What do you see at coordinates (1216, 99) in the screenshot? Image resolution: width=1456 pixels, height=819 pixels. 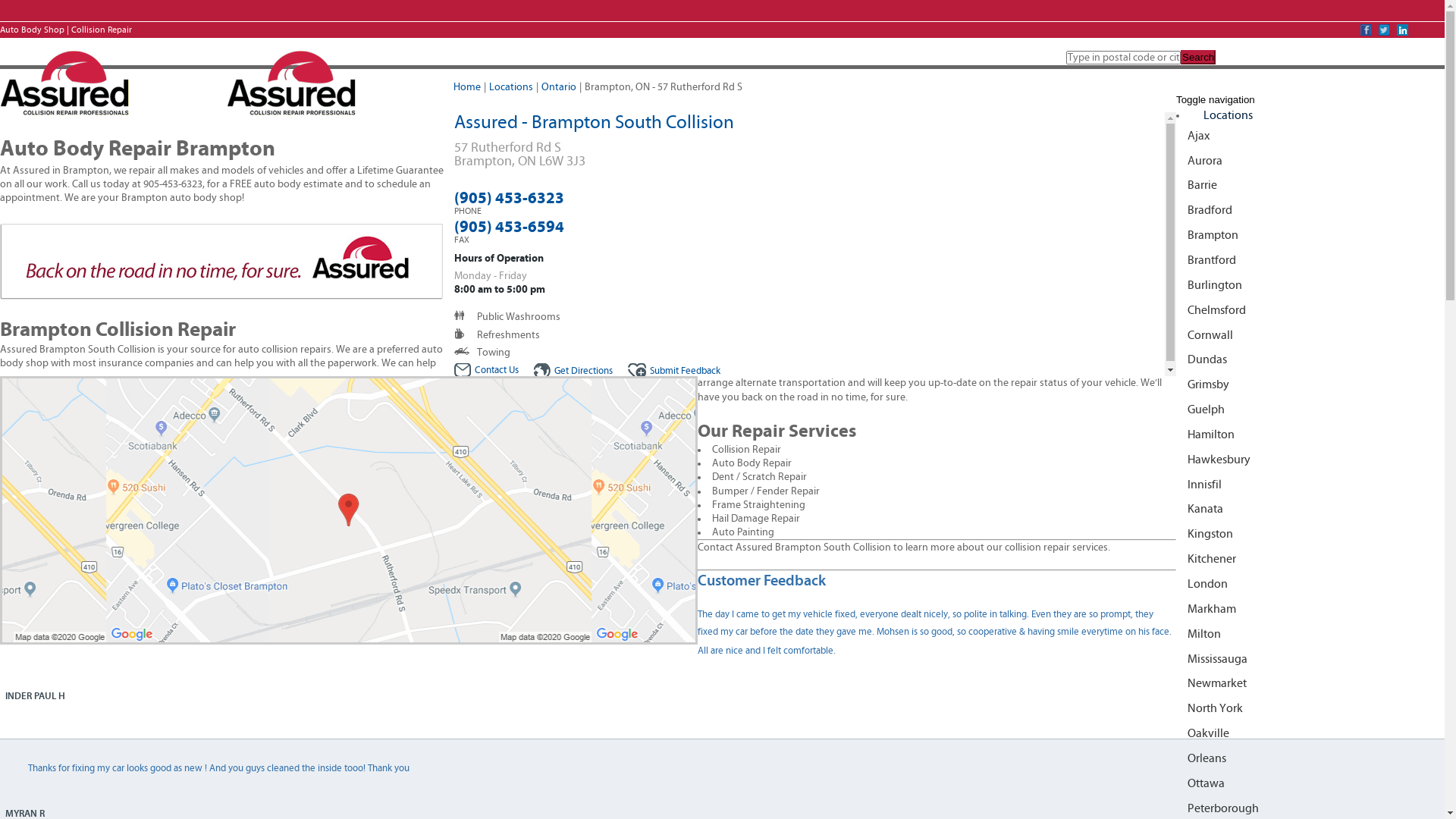 I see `'Toggle navigation'` at bounding box center [1216, 99].